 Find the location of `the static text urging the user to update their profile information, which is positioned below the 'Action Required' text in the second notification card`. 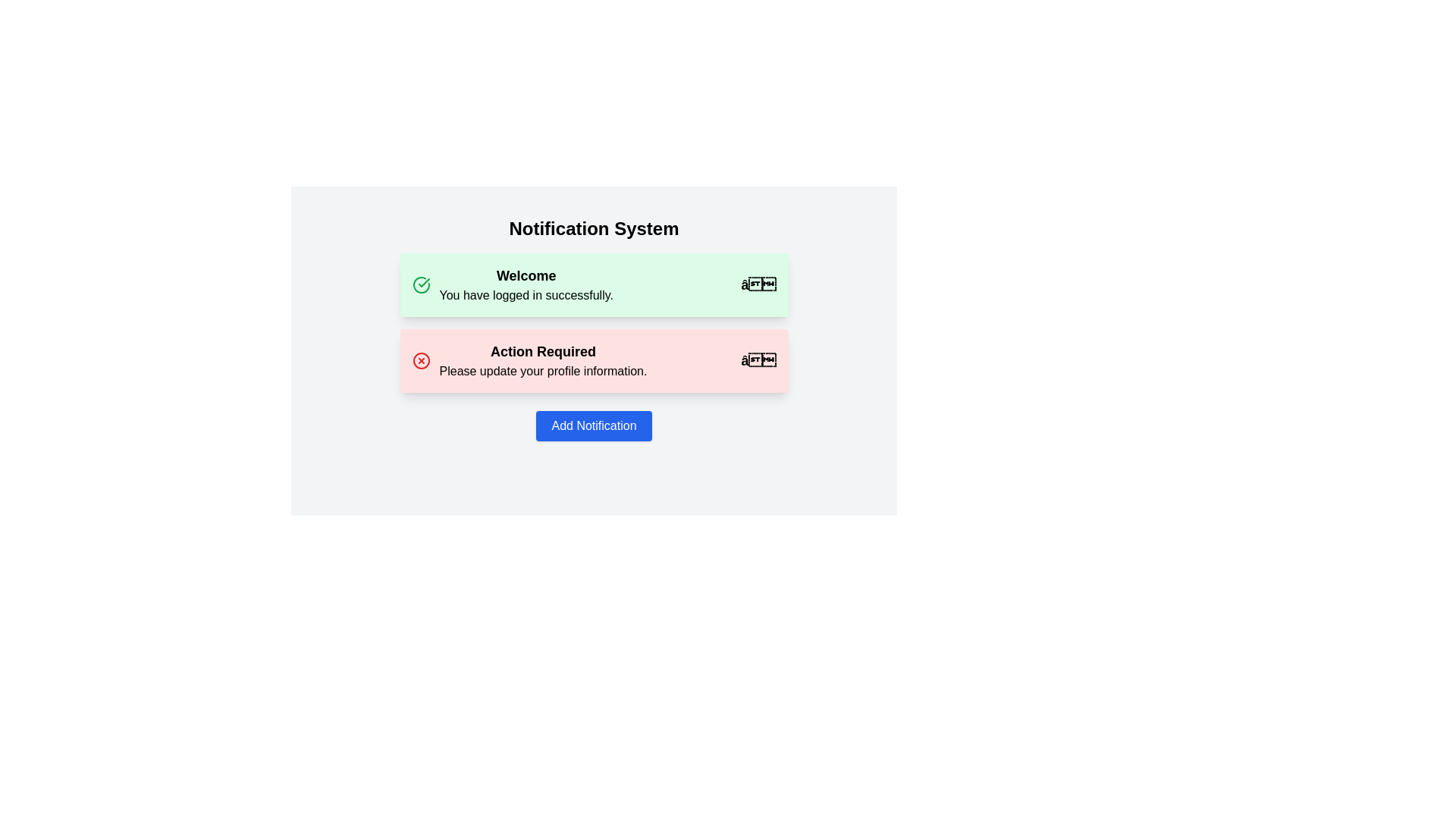

the static text urging the user to update their profile information, which is positioned below the 'Action Required' text in the second notification card is located at coordinates (543, 371).